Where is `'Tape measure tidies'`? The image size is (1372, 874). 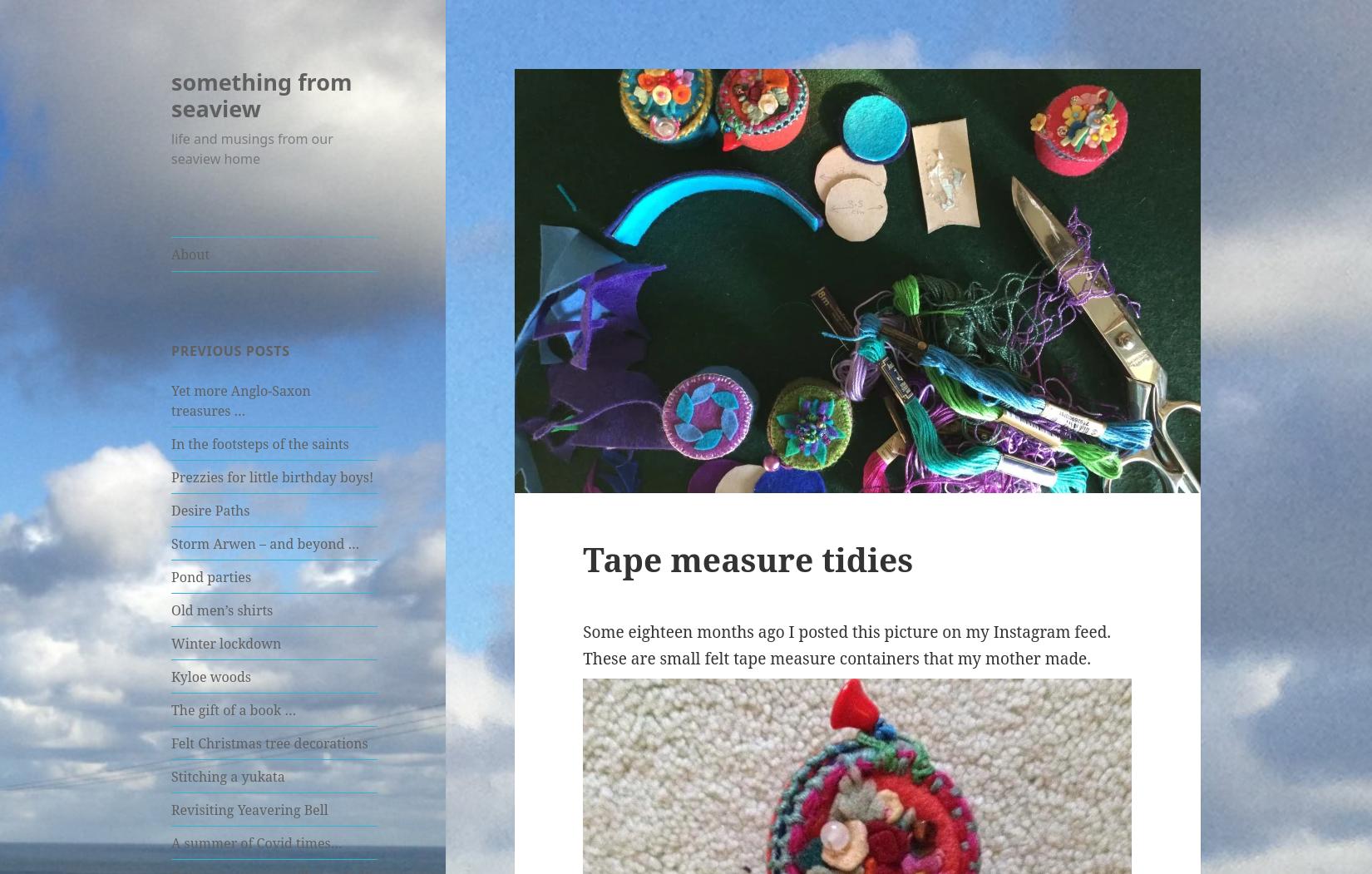
'Tape measure tidies' is located at coordinates (748, 558).